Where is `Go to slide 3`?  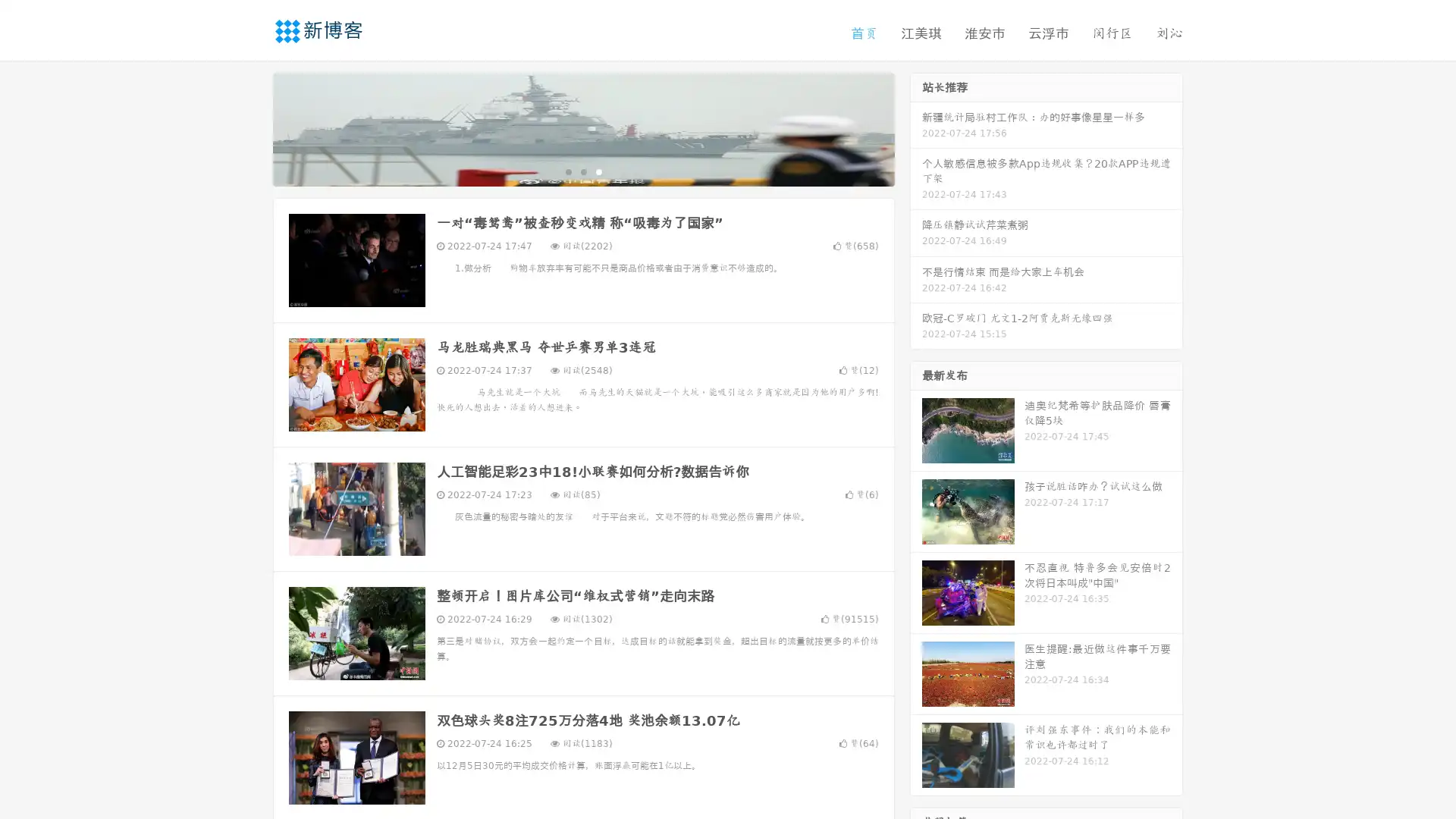 Go to slide 3 is located at coordinates (598, 171).